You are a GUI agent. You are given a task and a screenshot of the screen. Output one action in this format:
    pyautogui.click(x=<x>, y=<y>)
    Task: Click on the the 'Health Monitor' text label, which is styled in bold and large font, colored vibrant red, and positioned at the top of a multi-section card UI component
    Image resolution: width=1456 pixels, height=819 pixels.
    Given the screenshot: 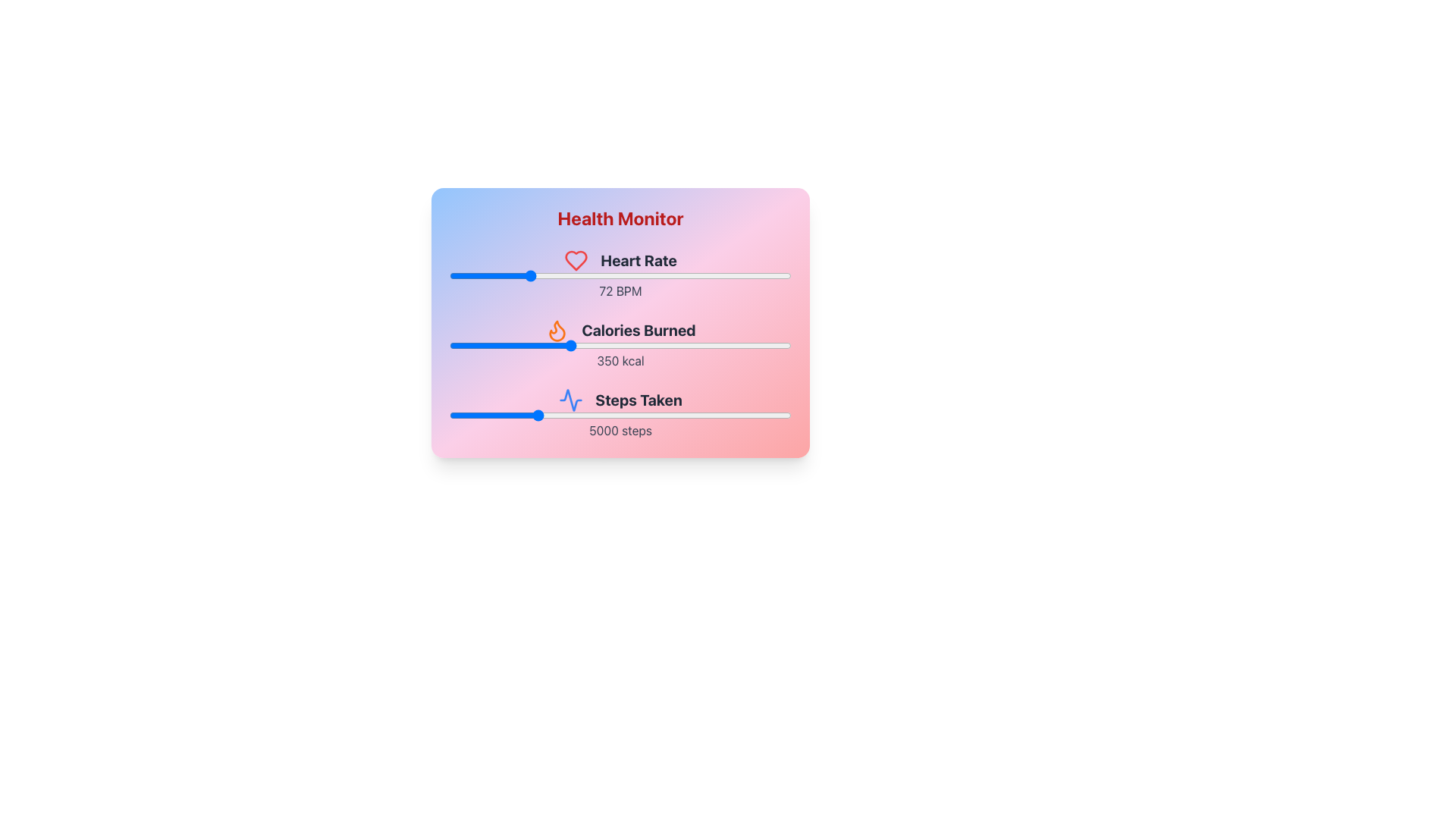 What is the action you would take?
    pyautogui.click(x=620, y=218)
    